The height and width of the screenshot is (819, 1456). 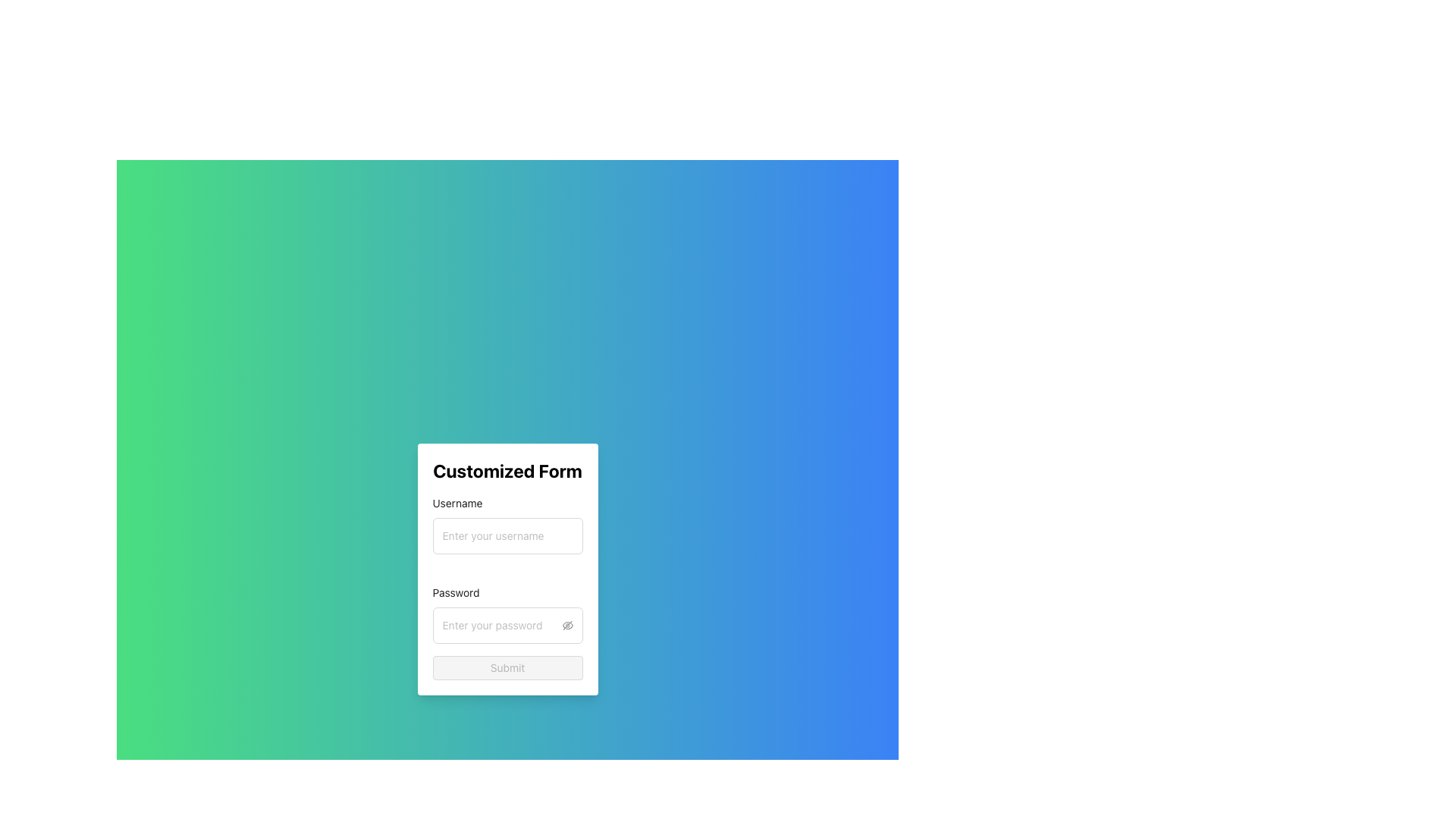 What do you see at coordinates (566, 626) in the screenshot?
I see `the eye icon with a strikethrough line, located within the password input field` at bounding box center [566, 626].